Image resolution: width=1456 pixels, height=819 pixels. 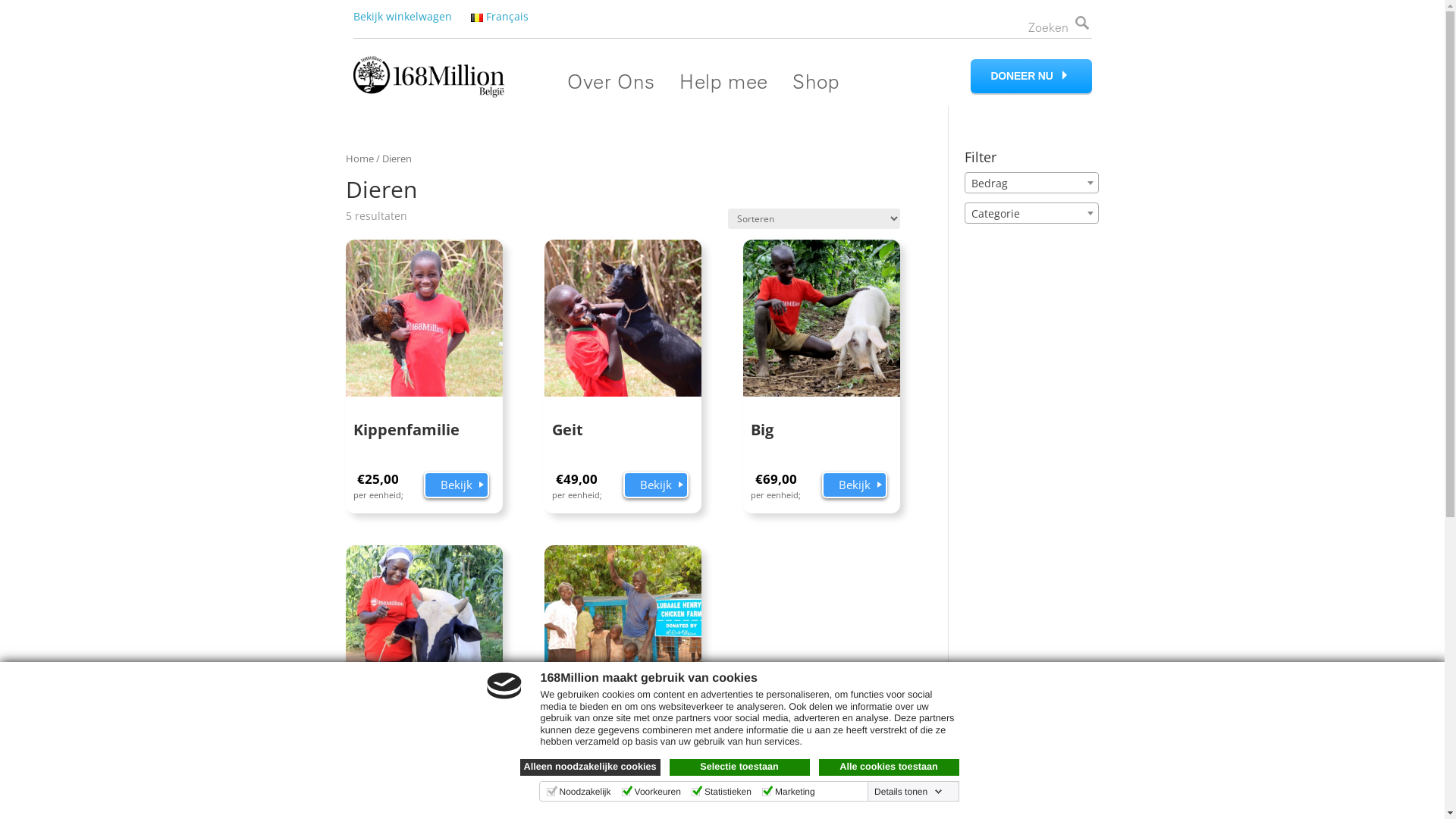 What do you see at coordinates (655, 485) in the screenshot?
I see `'Bekijk'` at bounding box center [655, 485].